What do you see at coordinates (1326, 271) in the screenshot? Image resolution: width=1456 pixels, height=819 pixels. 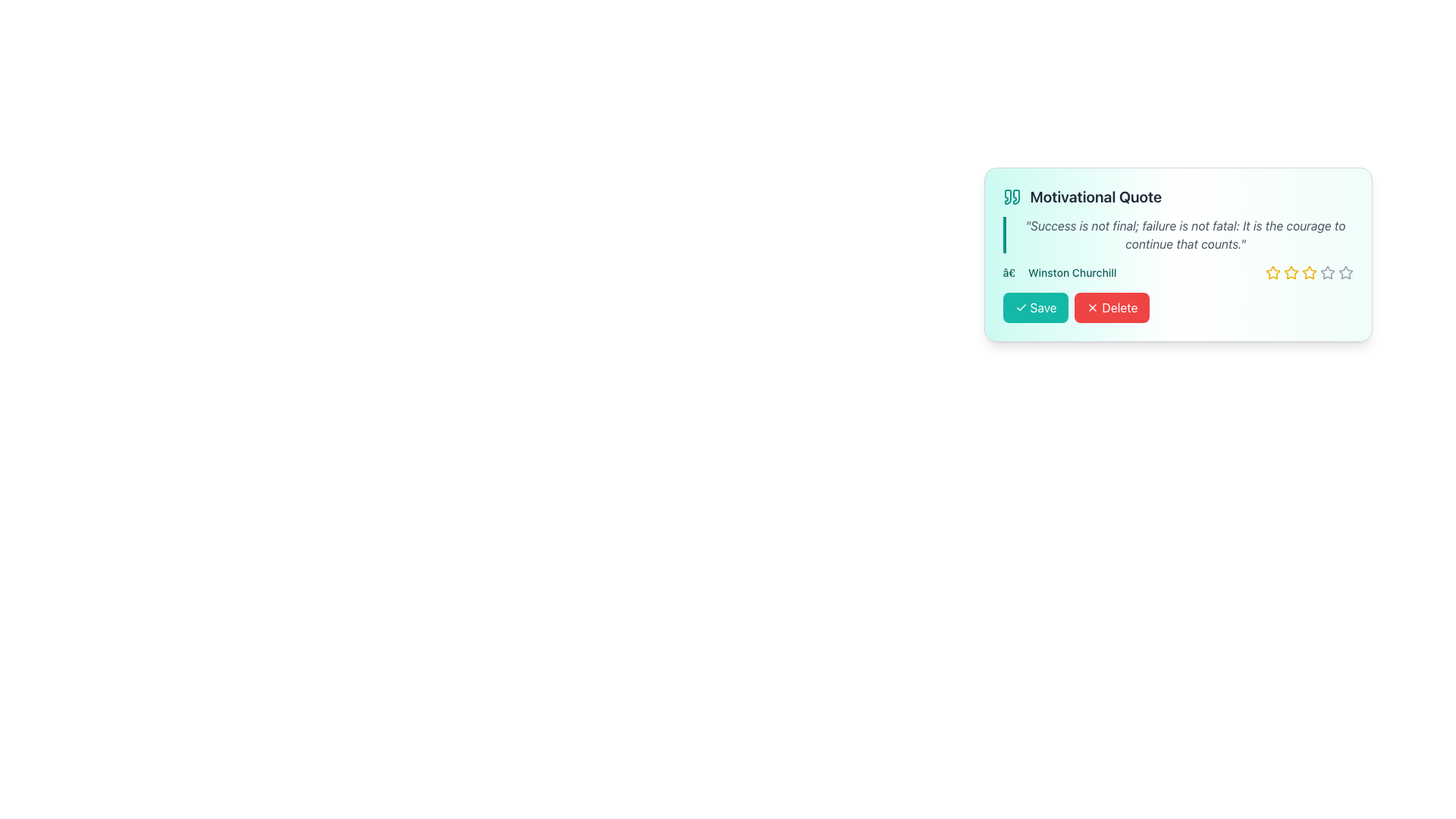 I see `the fifth star icon button` at bounding box center [1326, 271].